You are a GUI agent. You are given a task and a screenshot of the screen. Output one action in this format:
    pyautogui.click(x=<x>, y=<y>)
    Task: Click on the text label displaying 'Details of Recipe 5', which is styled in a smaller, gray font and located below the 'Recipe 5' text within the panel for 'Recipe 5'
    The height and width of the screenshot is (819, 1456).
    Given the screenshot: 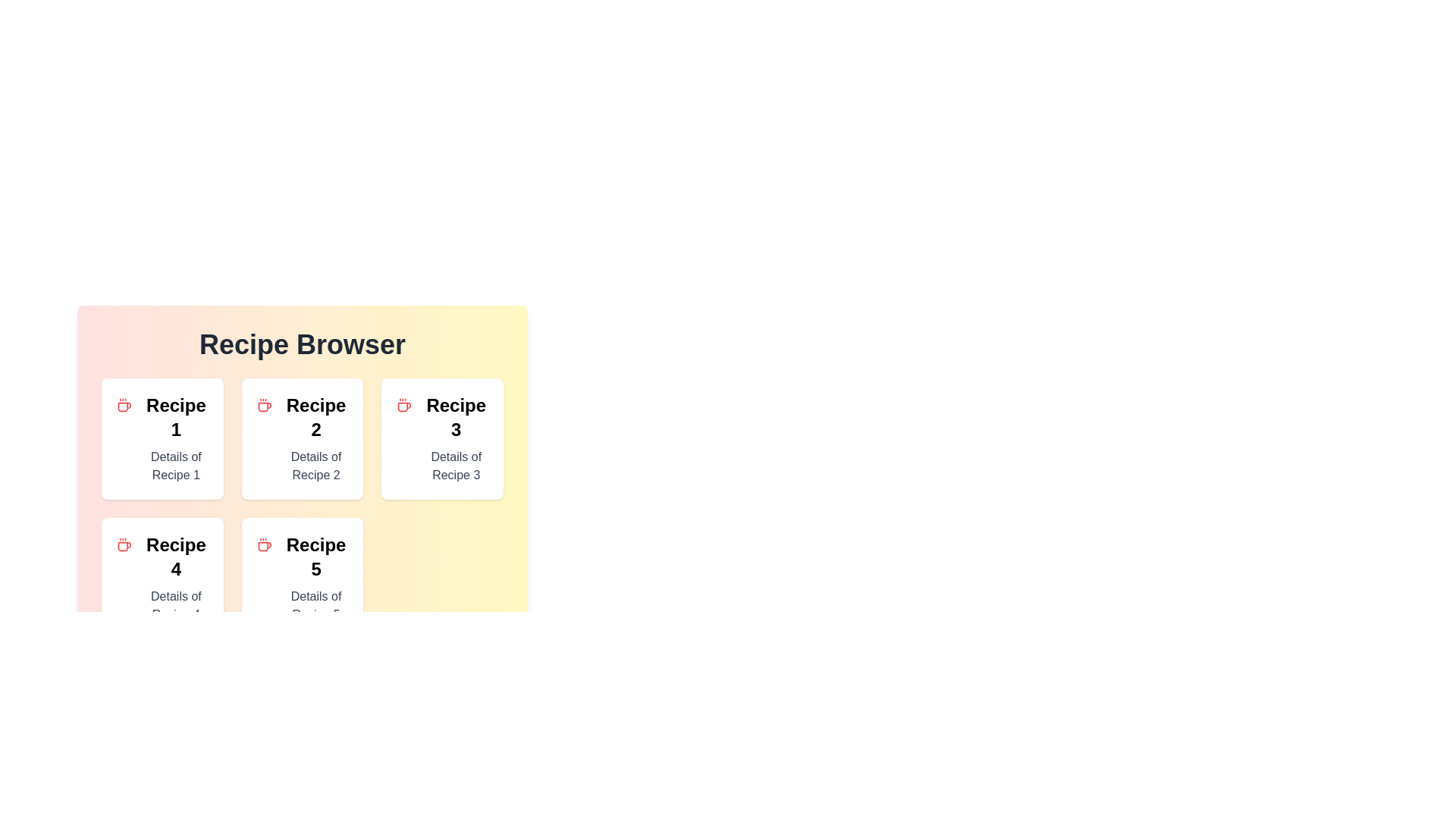 What is the action you would take?
    pyautogui.click(x=315, y=604)
    